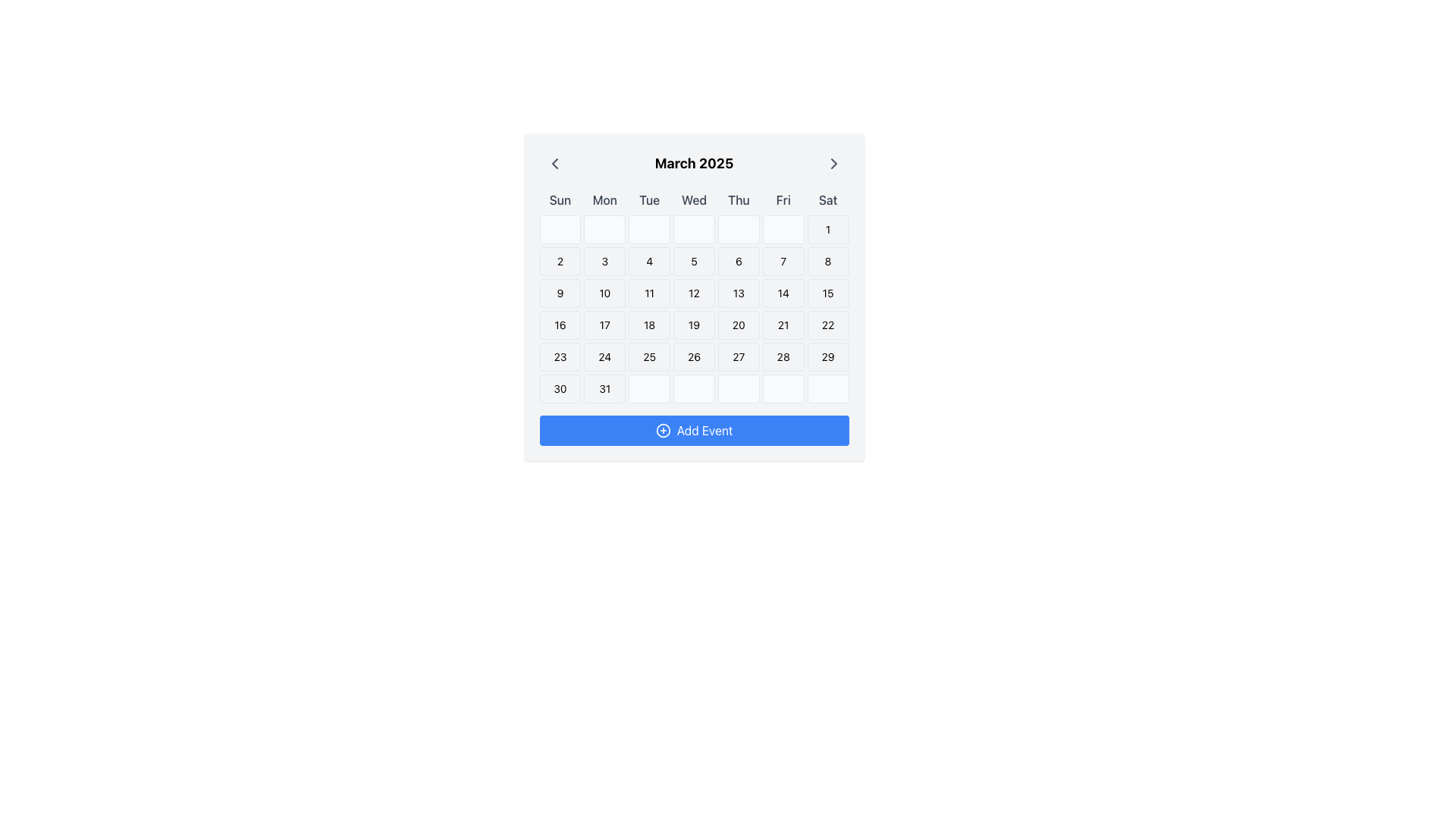 The height and width of the screenshot is (819, 1456). What do you see at coordinates (833, 164) in the screenshot?
I see `the navigation icon located to the far right of the calendar header, next to the title text 'March 2025'` at bounding box center [833, 164].